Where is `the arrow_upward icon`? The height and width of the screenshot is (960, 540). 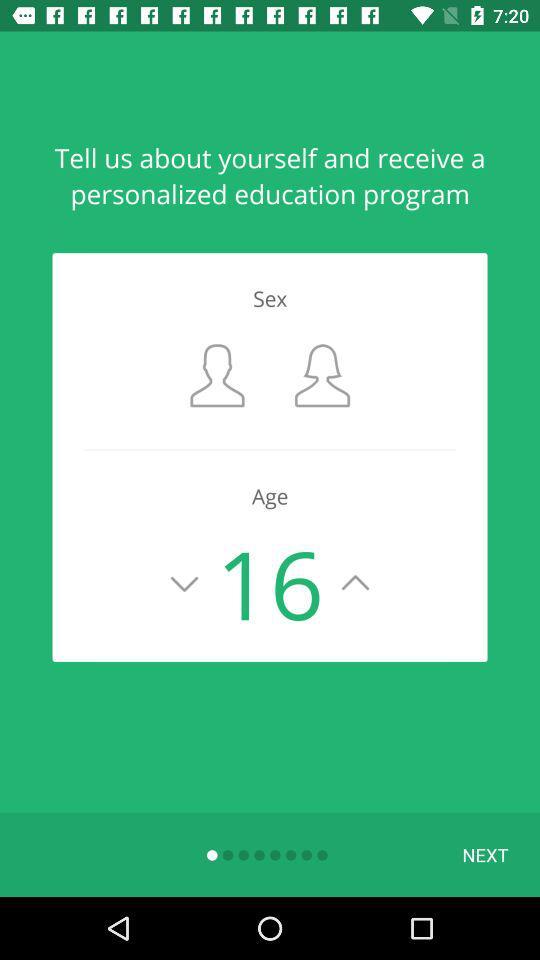
the arrow_upward icon is located at coordinates (354, 583).